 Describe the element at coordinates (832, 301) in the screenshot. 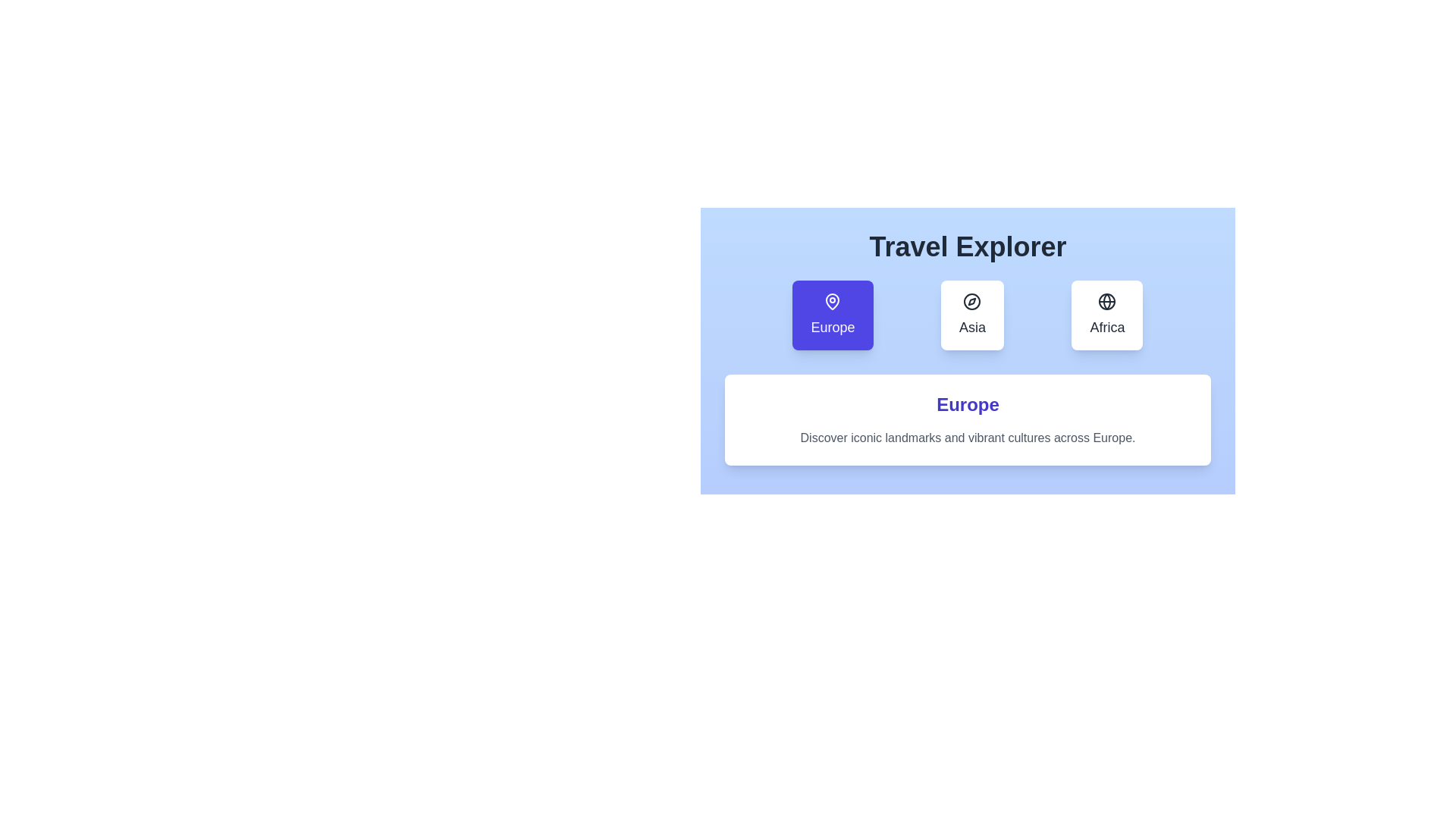

I see `the SVG icon representing a map location marker that is centrally aligned above the 'Europe' text in the first card of the three visually grouped cards` at that location.